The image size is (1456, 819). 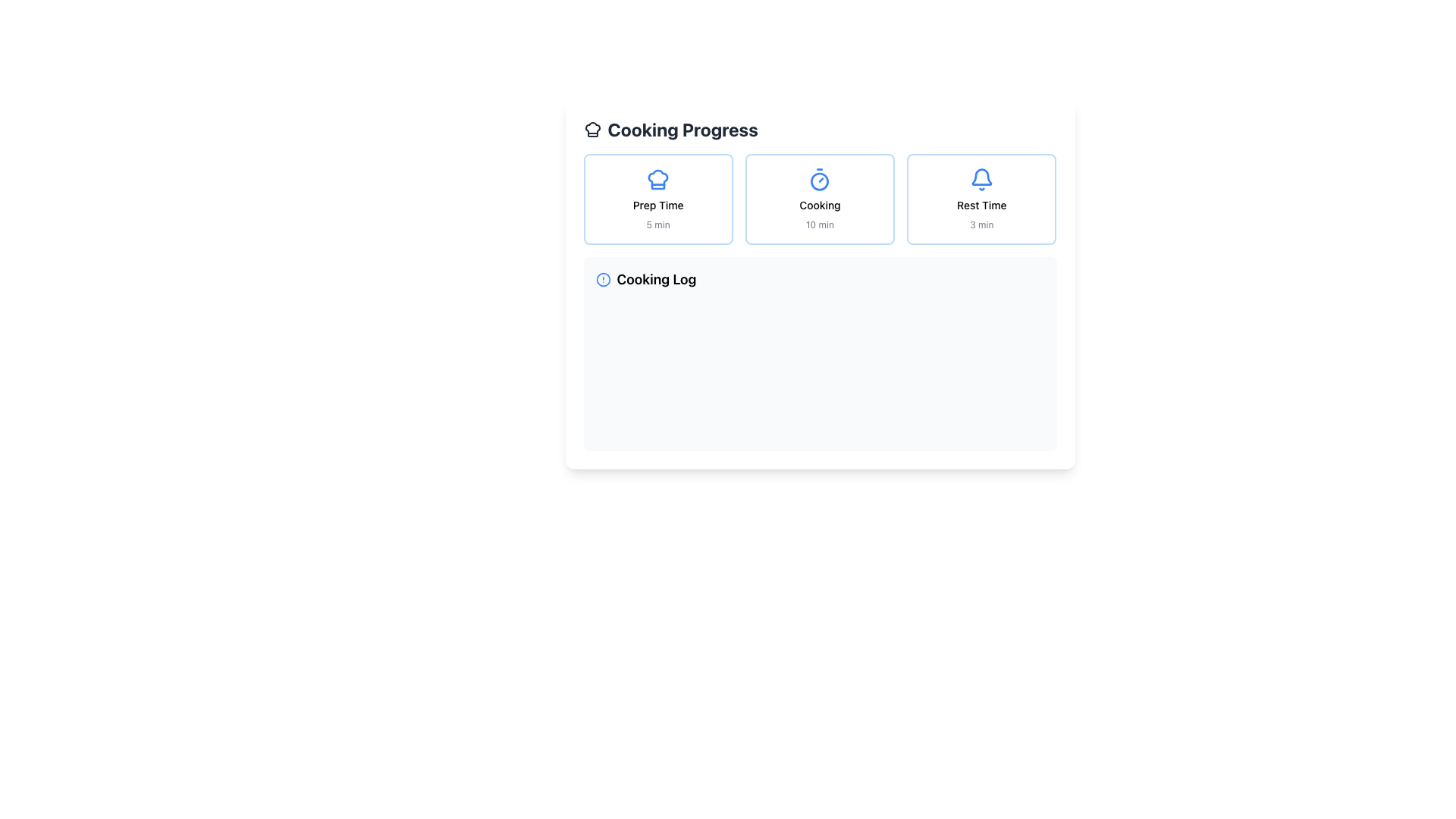 I want to click on the non-interactive Text label displaying the word 'Cooking', which is positioned in the second box from the left, below a timer icon and above the text '10 min', so click(x=819, y=205).